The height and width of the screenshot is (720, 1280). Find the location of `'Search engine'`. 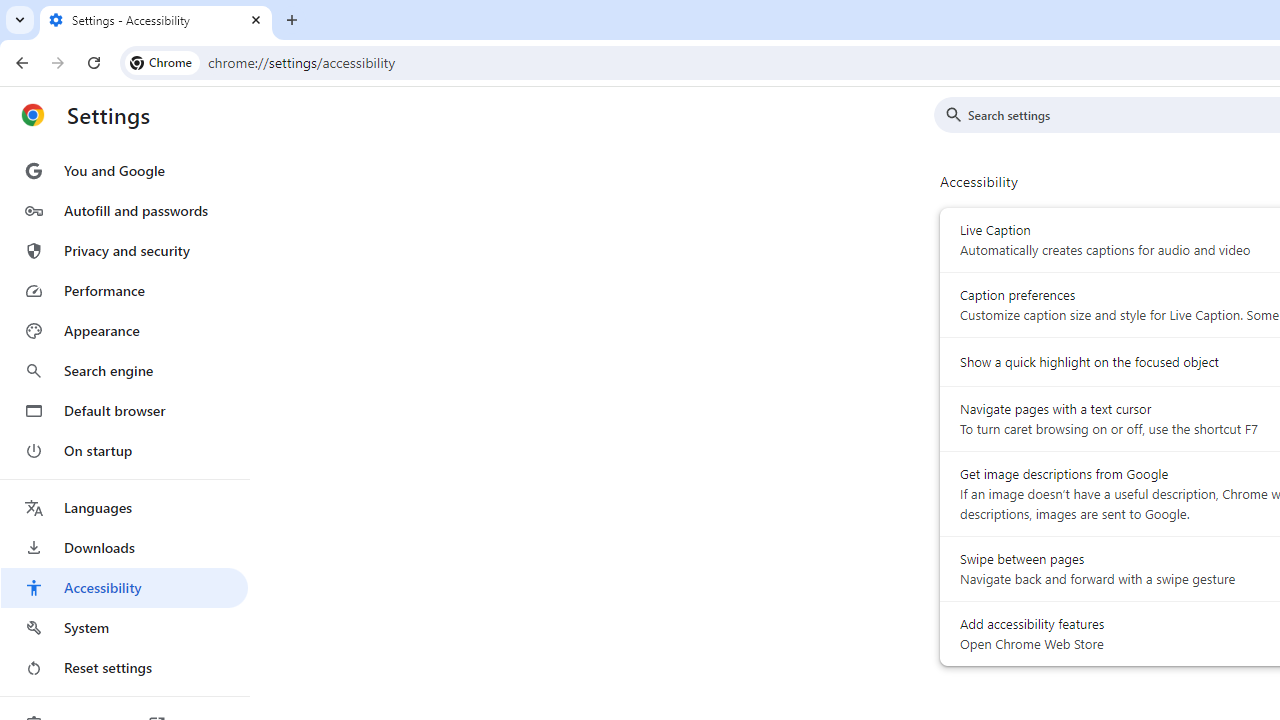

'Search engine' is located at coordinates (123, 371).